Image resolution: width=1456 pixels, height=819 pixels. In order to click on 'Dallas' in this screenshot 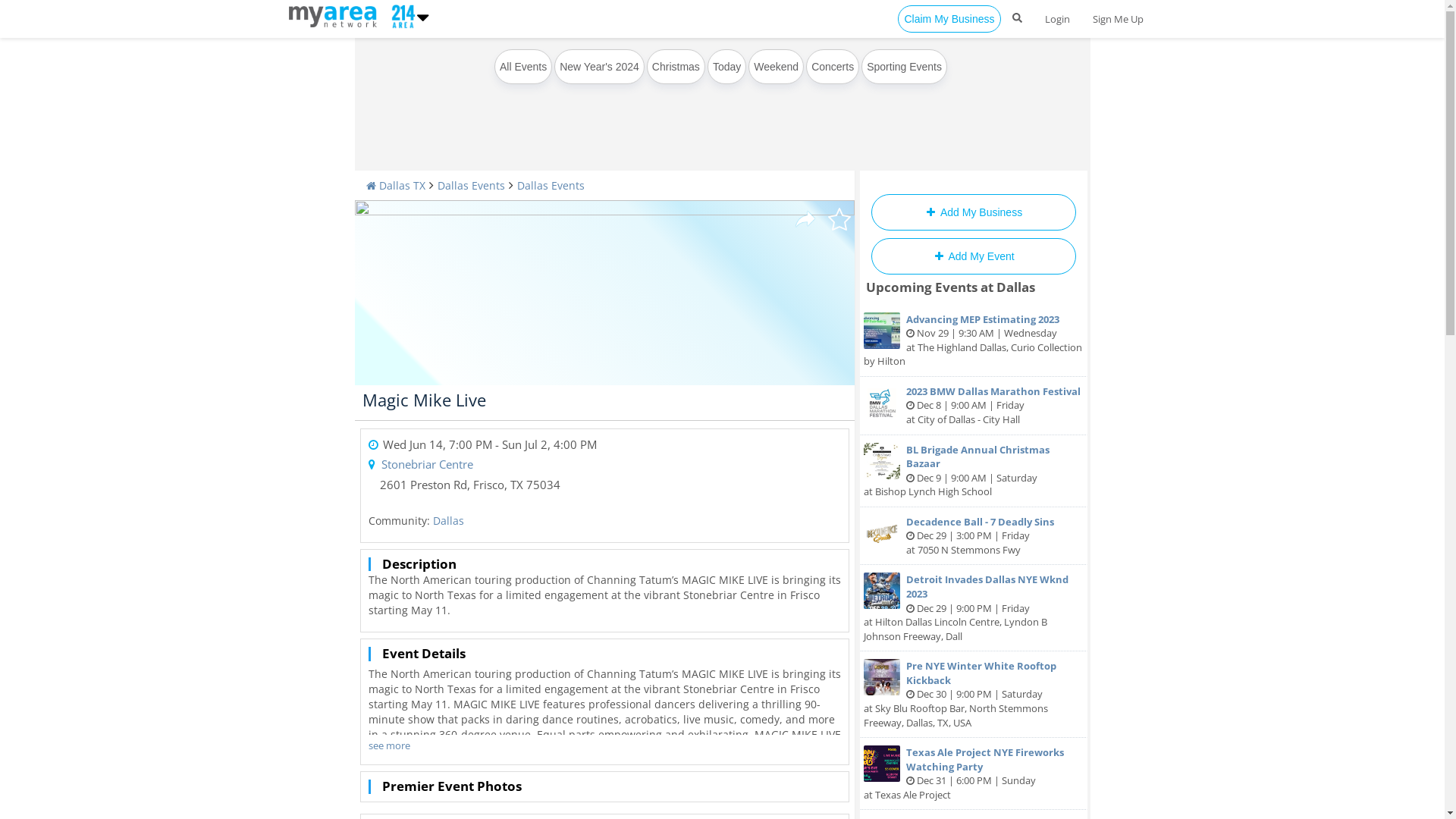, I will do `click(447, 519)`.